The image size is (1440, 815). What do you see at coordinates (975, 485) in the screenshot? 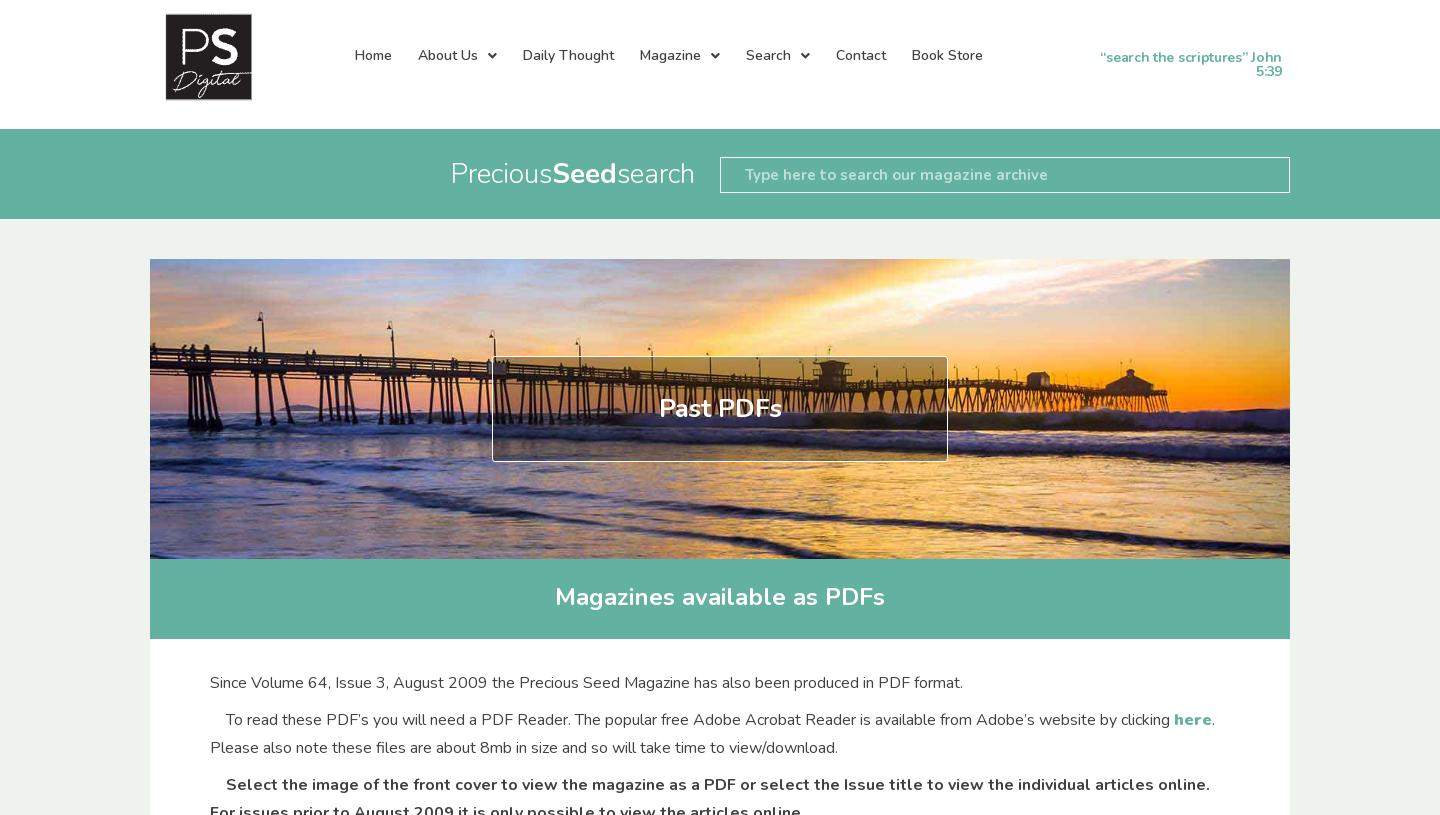
I see `'2021 Volume 76 Issue 2'` at bounding box center [975, 485].